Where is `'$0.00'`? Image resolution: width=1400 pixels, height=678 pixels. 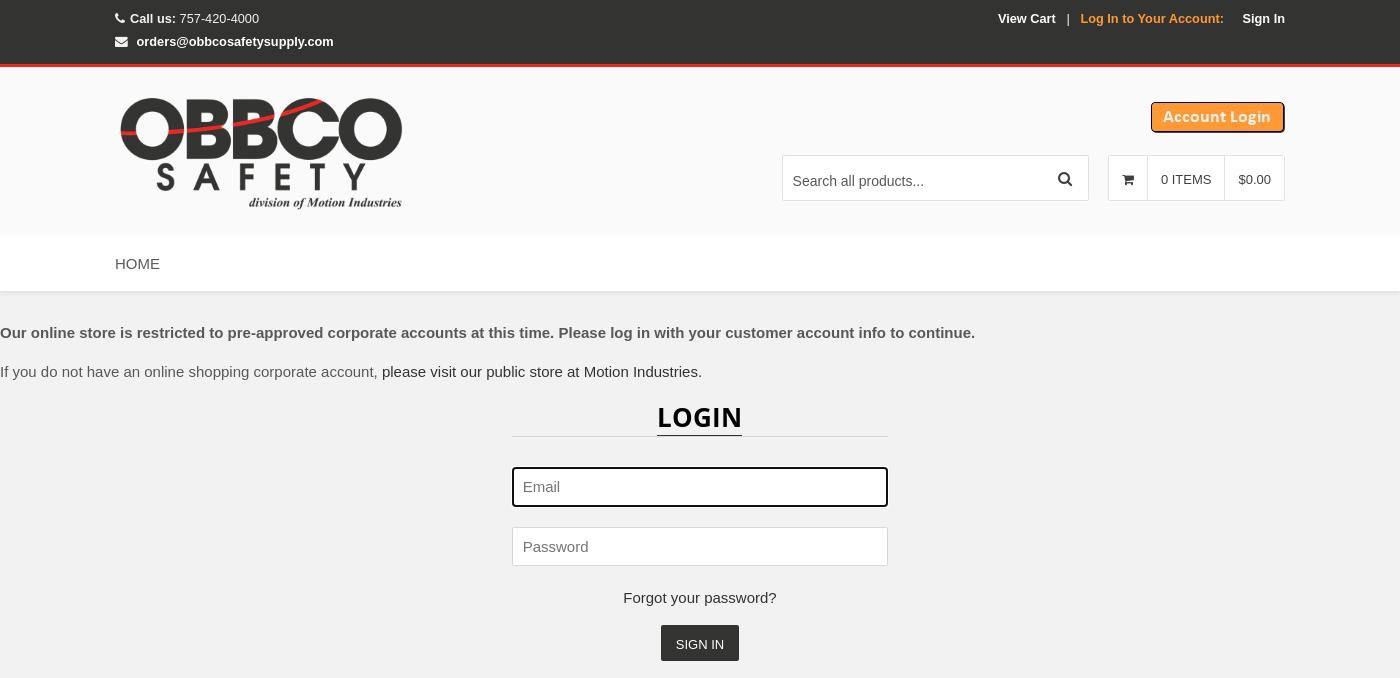
'$0.00' is located at coordinates (1254, 179).